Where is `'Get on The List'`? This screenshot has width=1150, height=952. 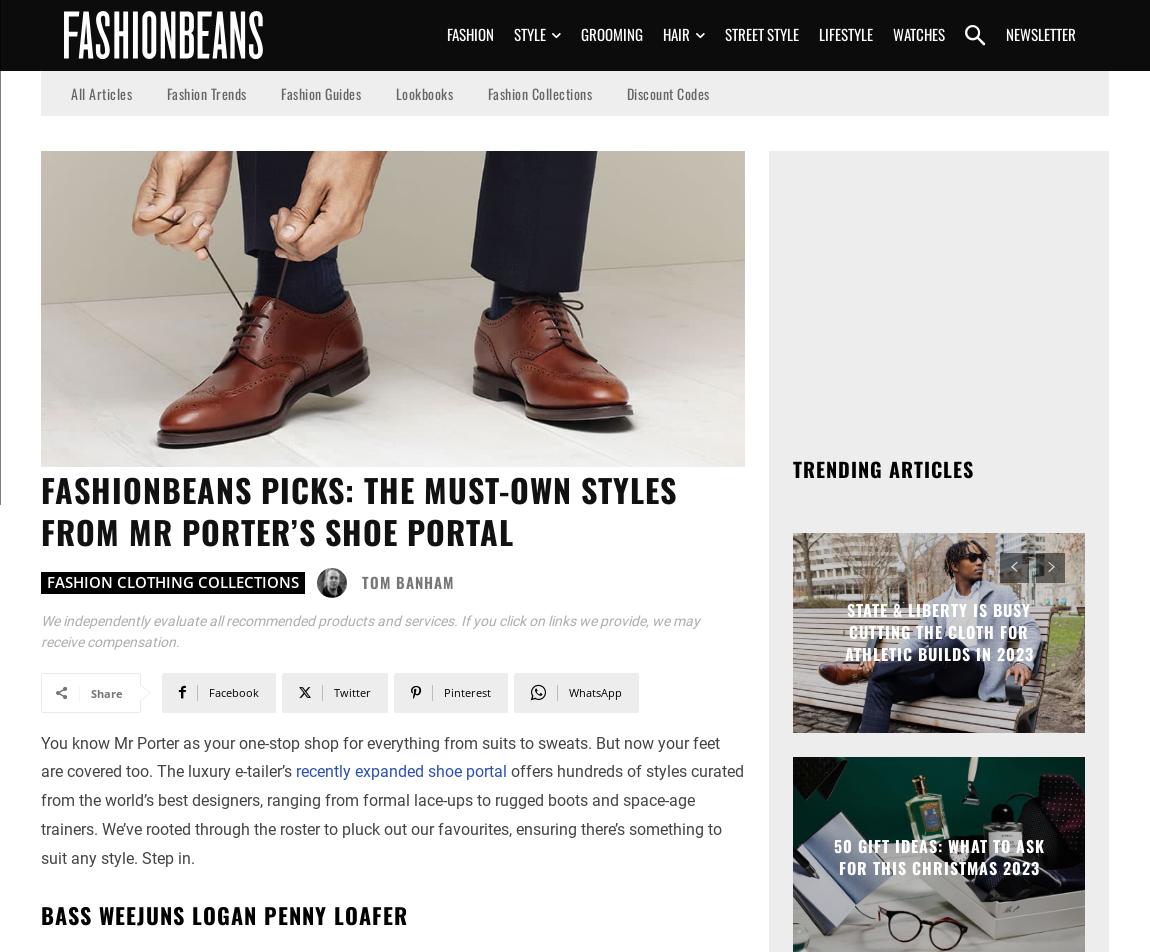 'Get on The List' is located at coordinates (564, 809).